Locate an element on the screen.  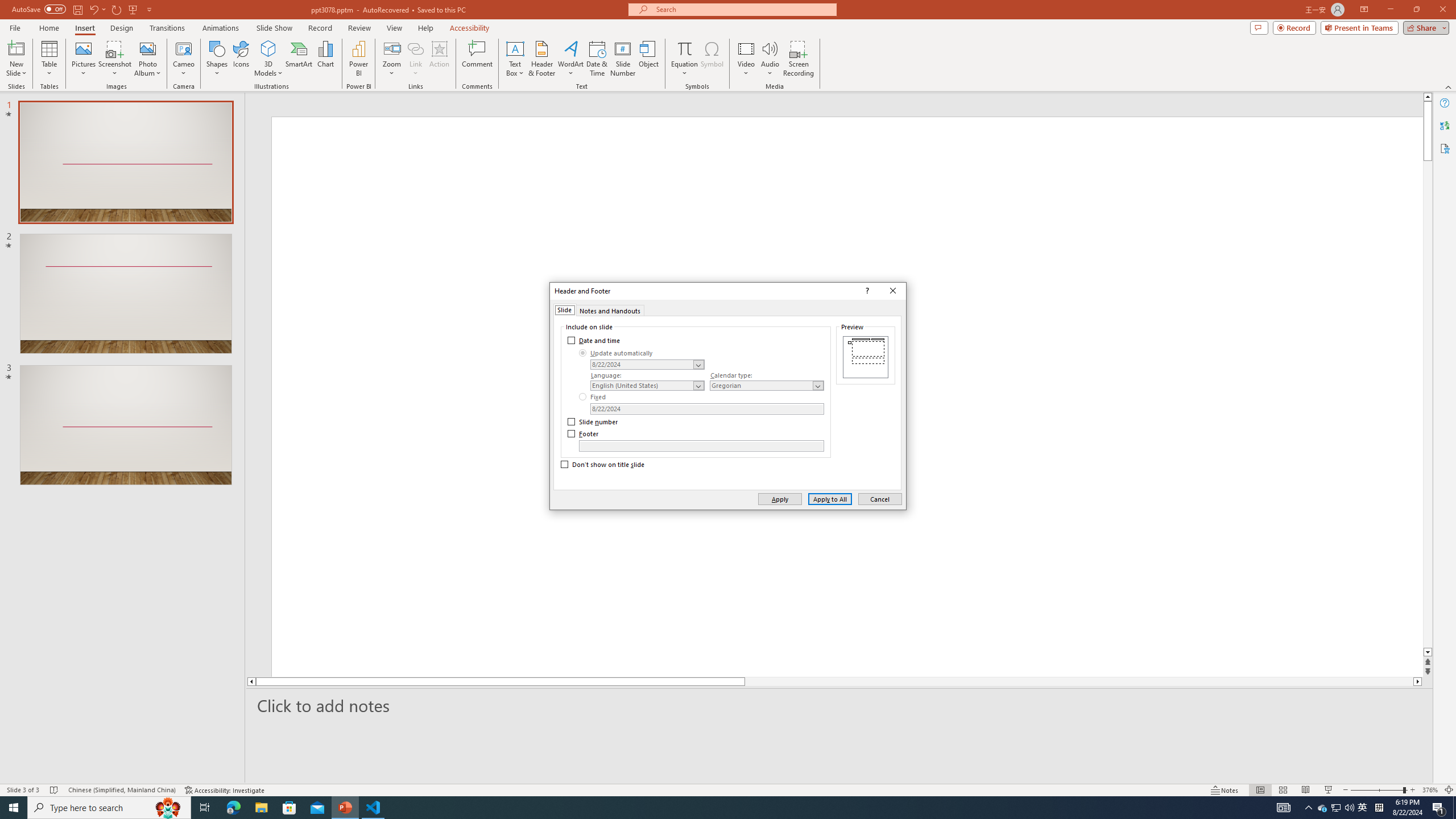
'Fixed Date' is located at coordinates (706, 408).